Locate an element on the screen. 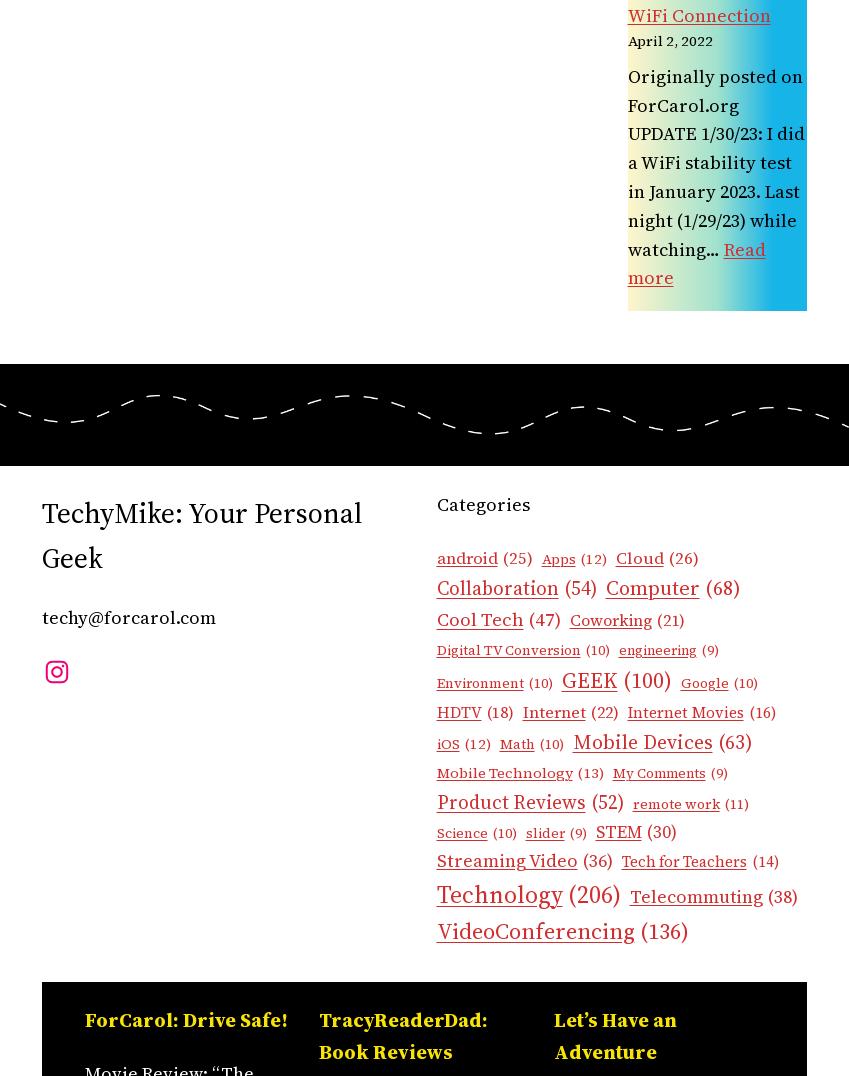  'Read more' is located at coordinates (695, 262).